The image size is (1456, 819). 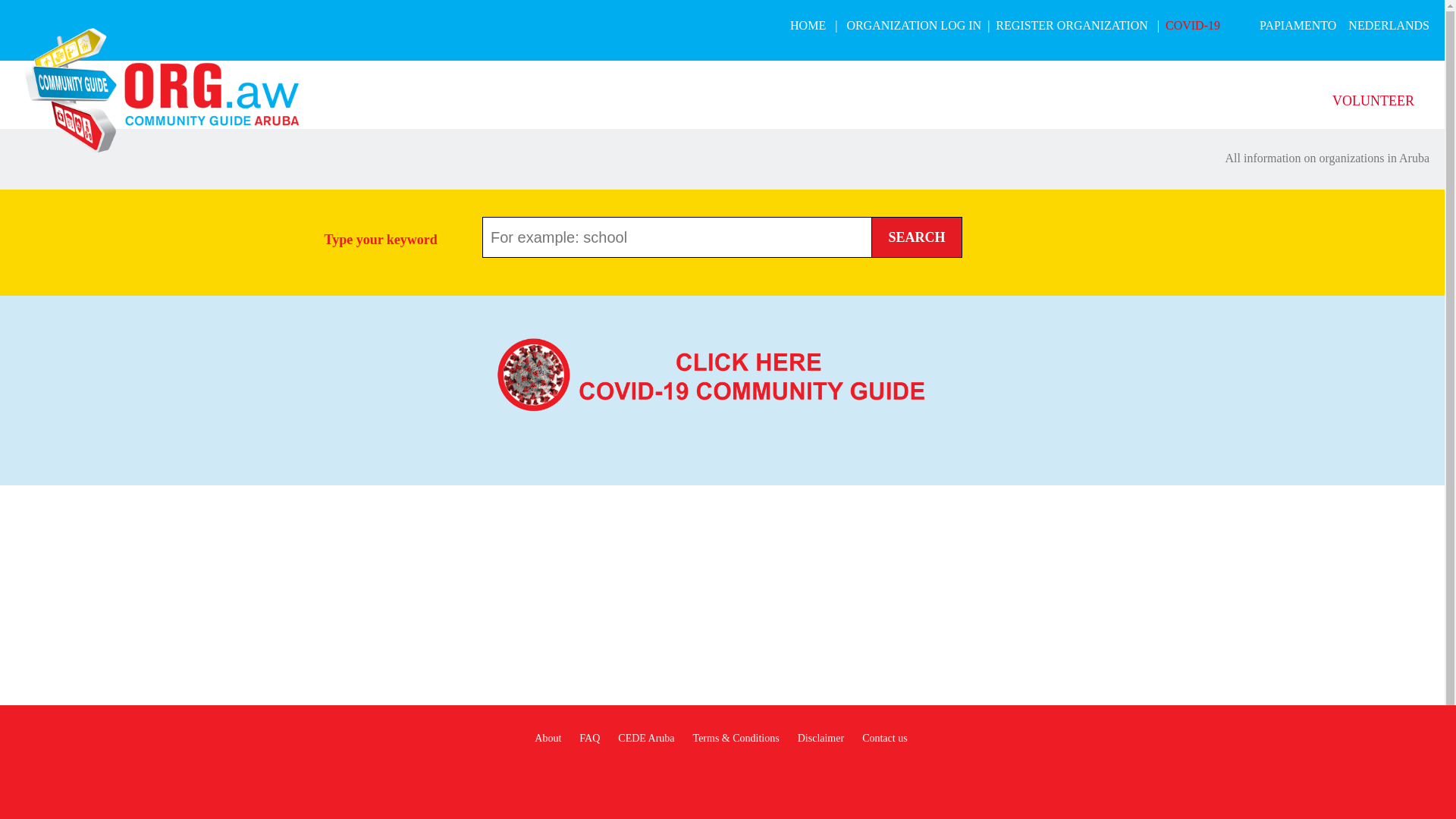 What do you see at coordinates (1070, 25) in the screenshot?
I see `'REGISTER ORGANIZATION'` at bounding box center [1070, 25].